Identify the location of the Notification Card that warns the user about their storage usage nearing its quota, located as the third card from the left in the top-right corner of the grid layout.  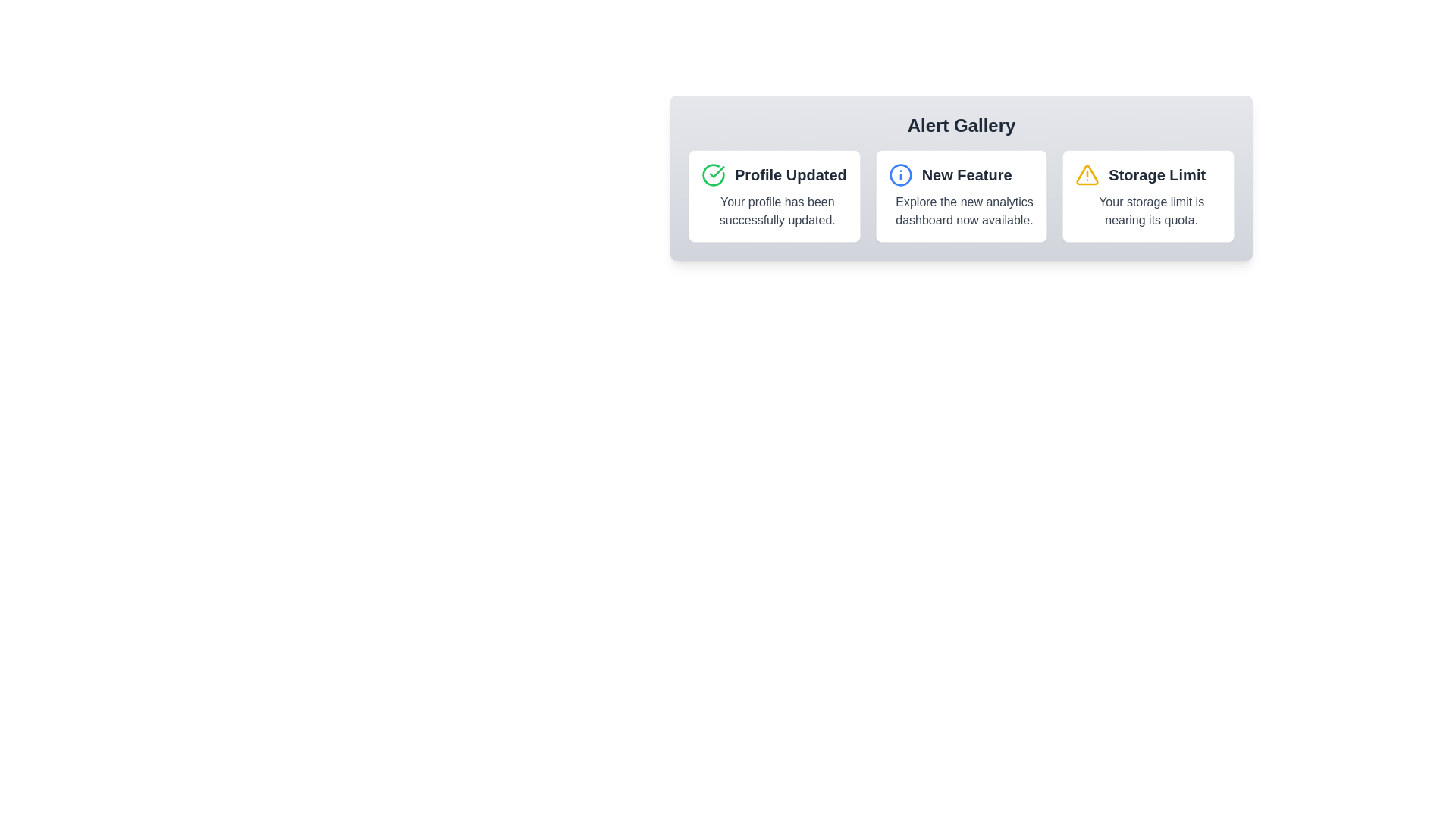
(1148, 195).